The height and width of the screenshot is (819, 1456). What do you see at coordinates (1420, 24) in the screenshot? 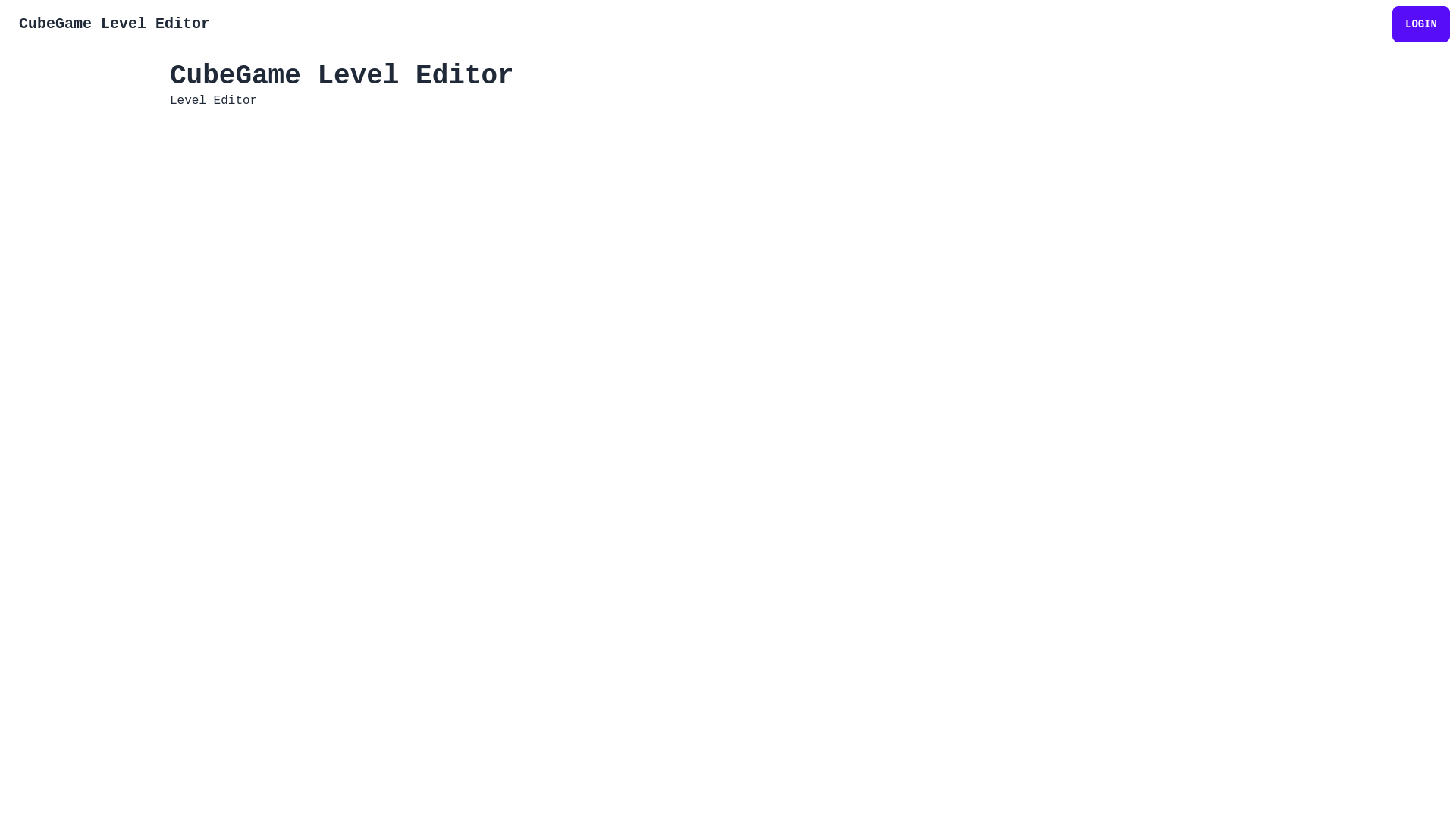
I see `'LOGIN'` at bounding box center [1420, 24].